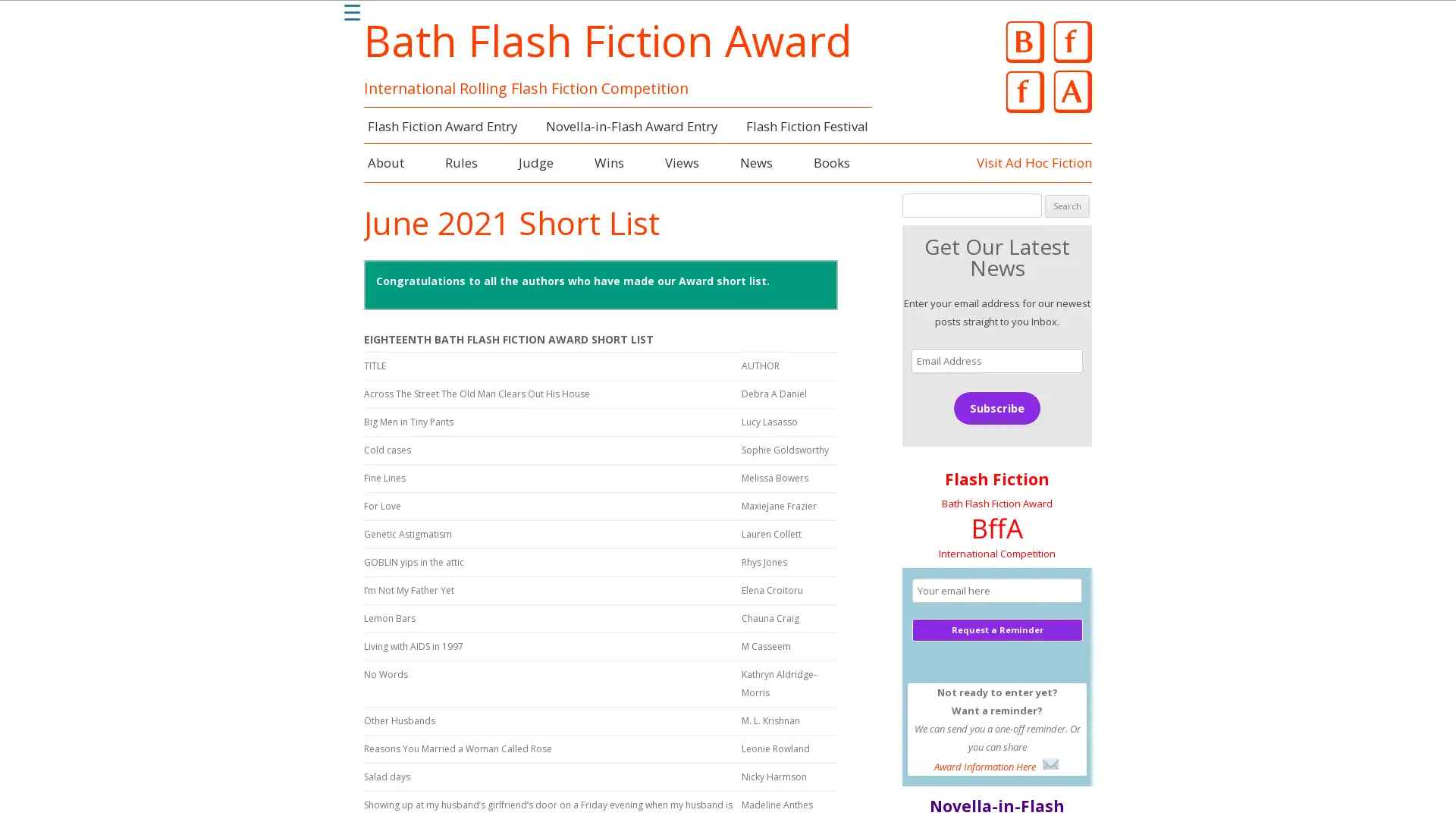 This screenshot has height=819, width=1456. I want to click on Search, so click(1066, 205).